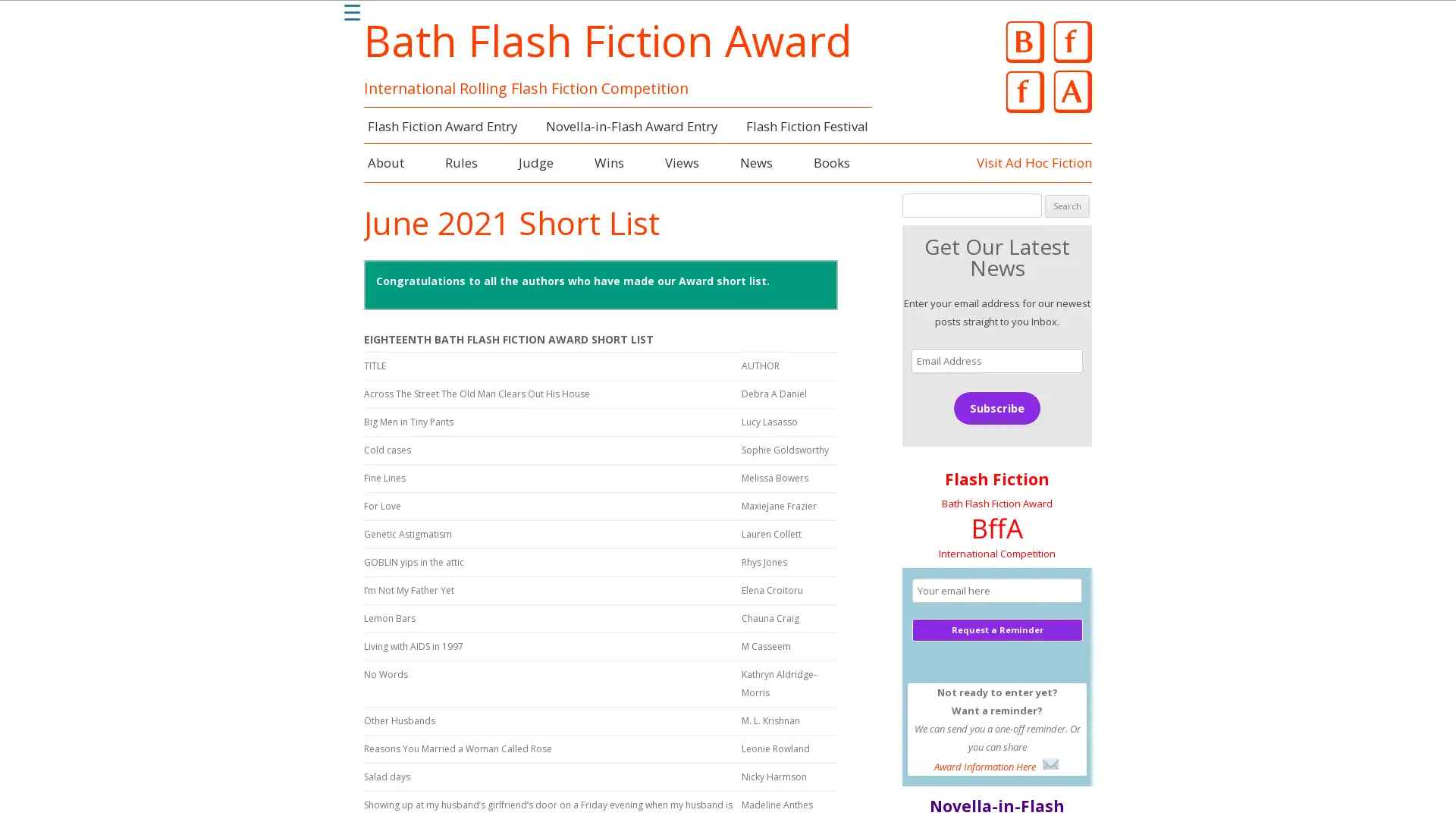 This screenshot has height=819, width=1456. I want to click on Search, so click(1066, 205).